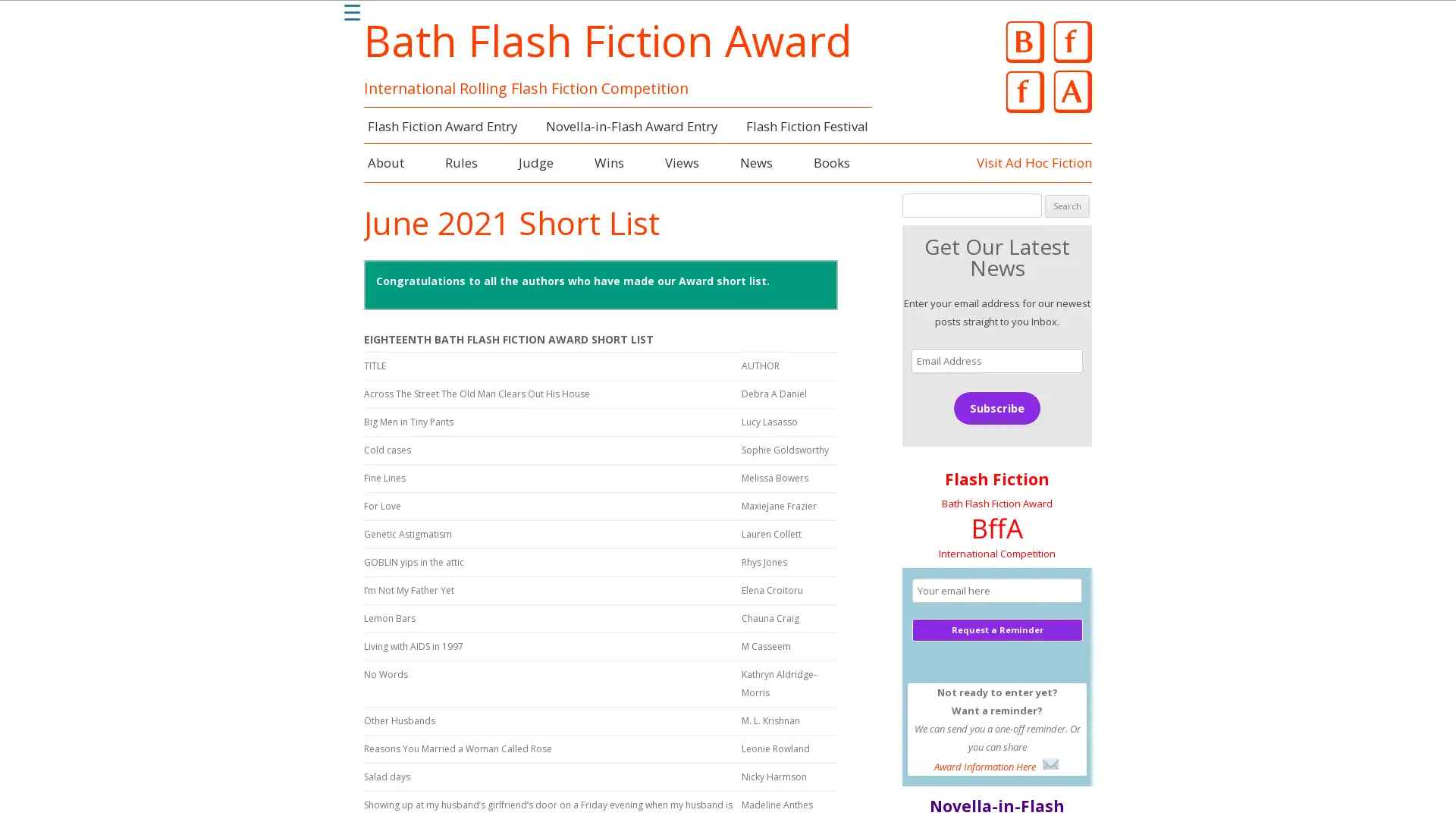 This screenshot has height=819, width=1456. I want to click on Search, so click(1066, 205).